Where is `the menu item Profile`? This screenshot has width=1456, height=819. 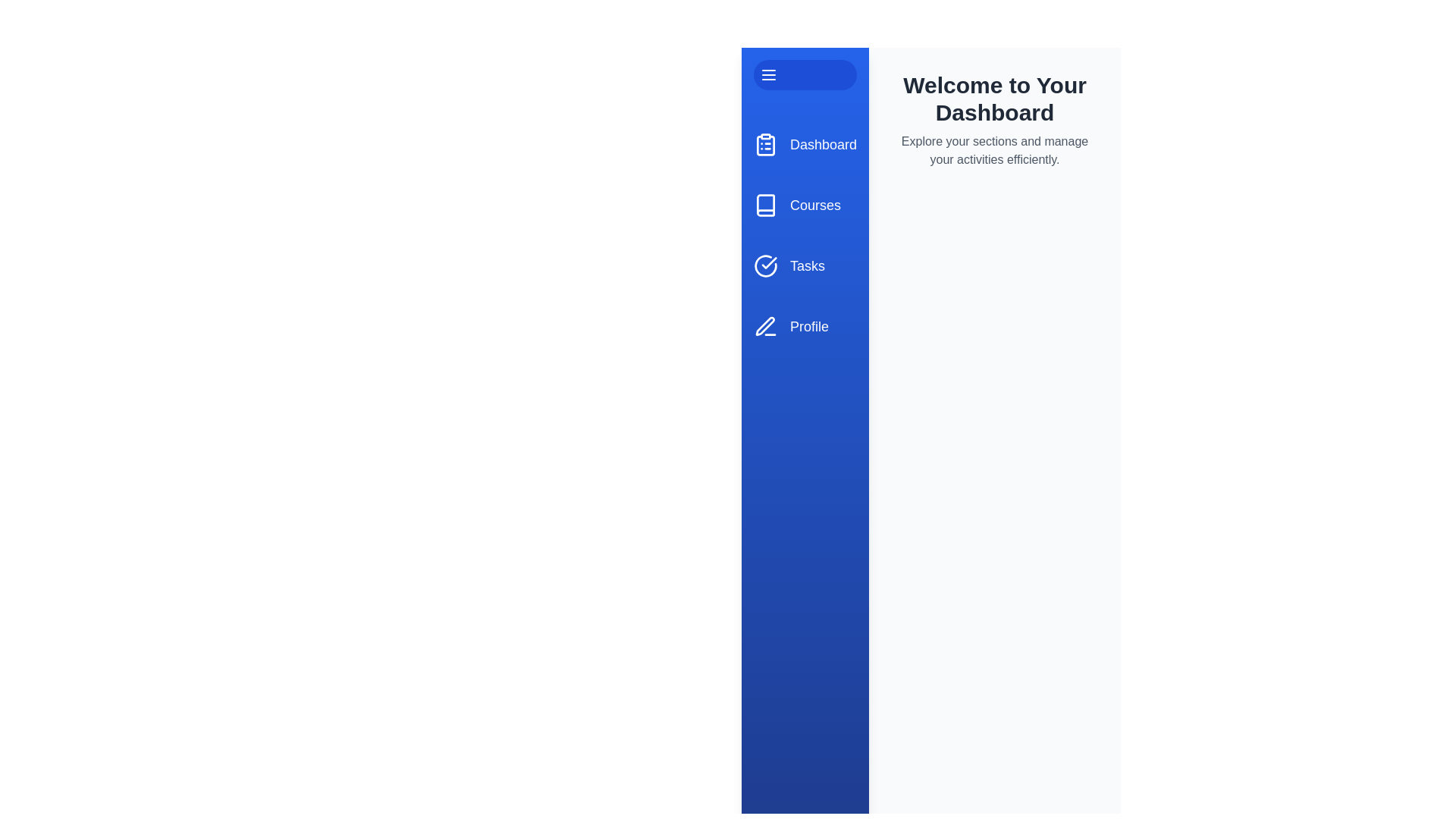
the menu item Profile is located at coordinates (804, 326).